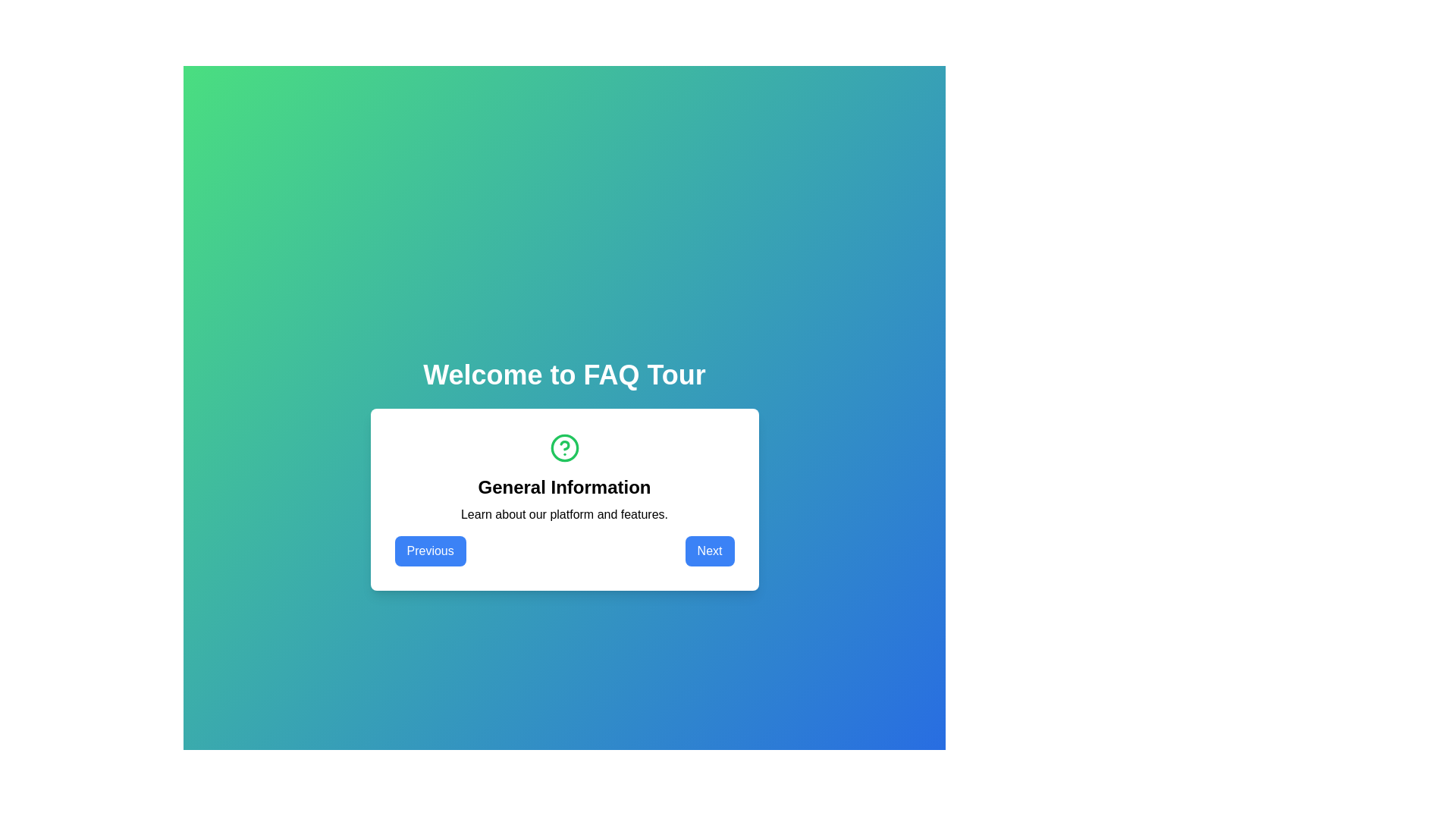  I want to click on the green circular icon with a question mark symbol inside, located above the 'General Information' heading, so click(563, 447).